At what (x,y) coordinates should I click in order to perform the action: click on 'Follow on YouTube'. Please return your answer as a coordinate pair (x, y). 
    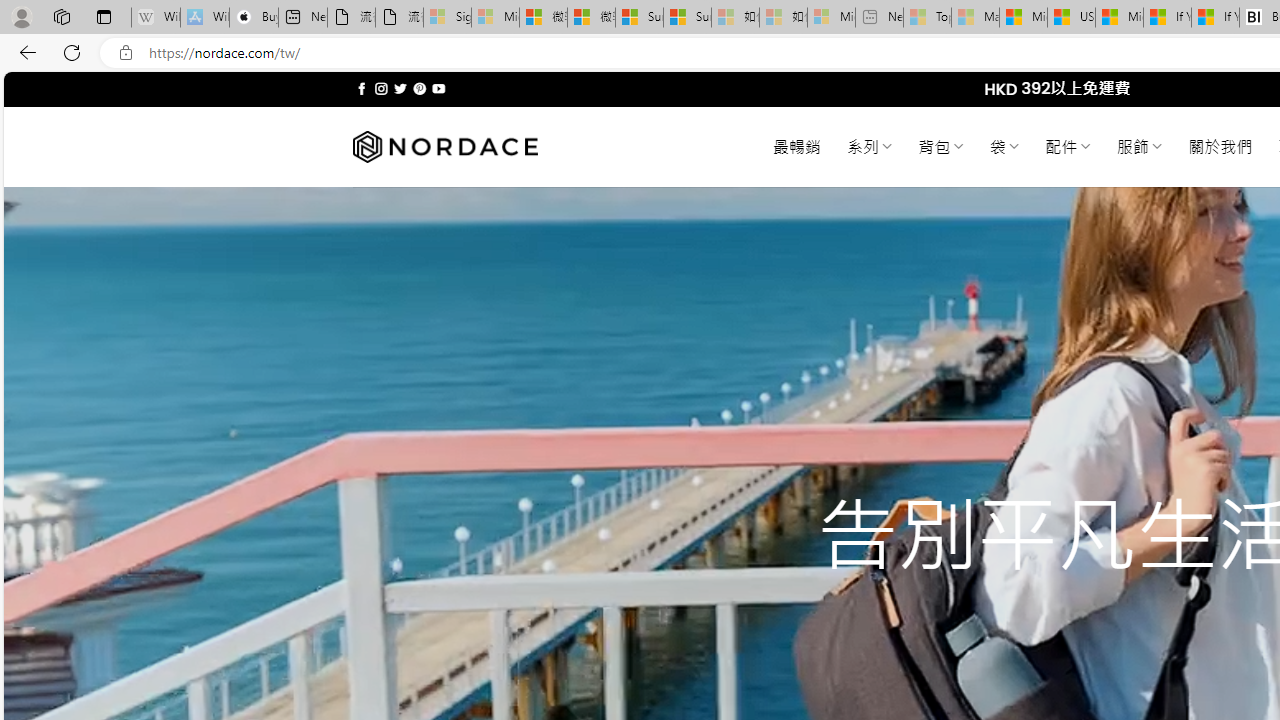
    Looking at the image, I should click on (438, 88).